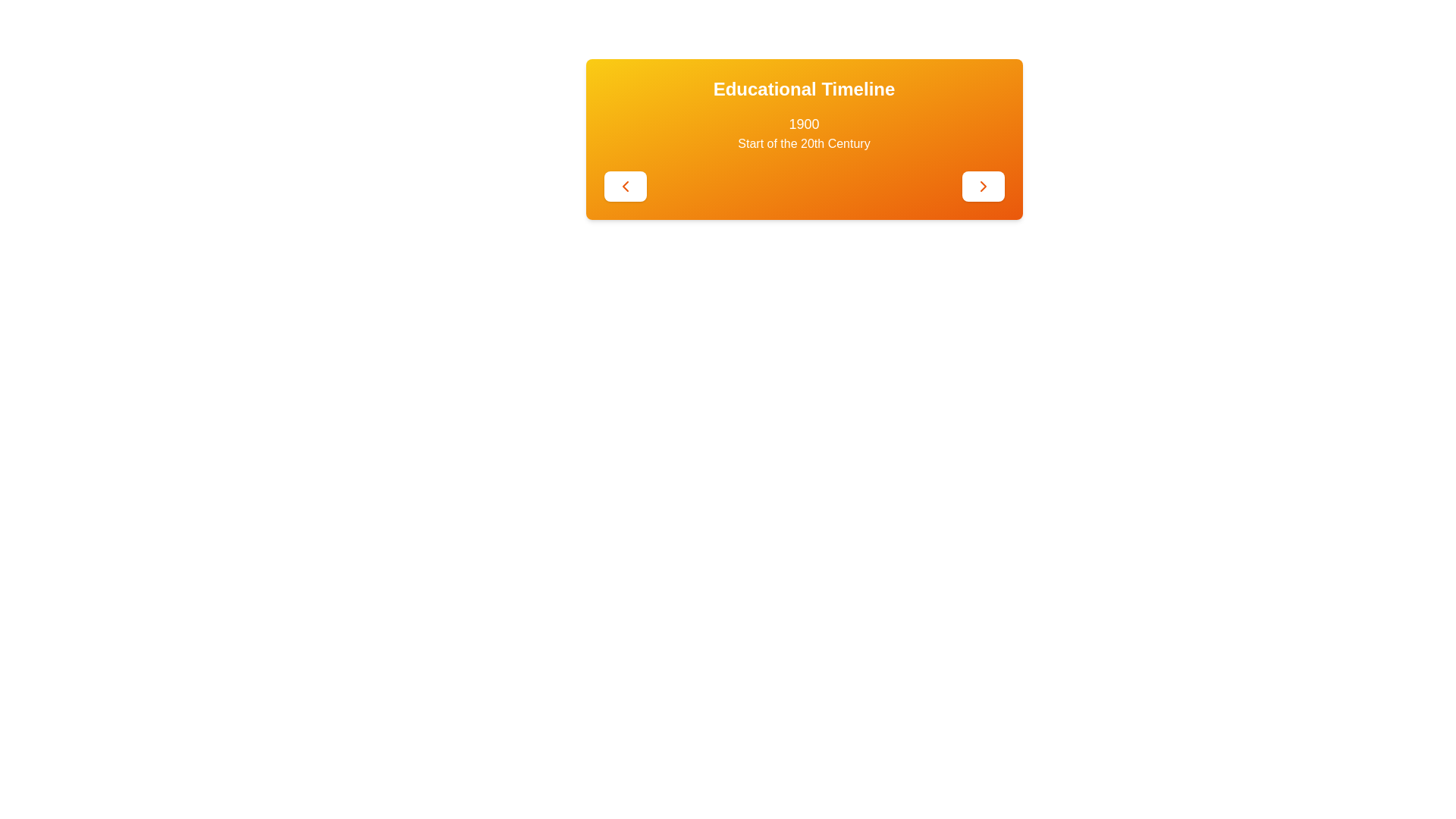  I want to click on text label indicating the event corresponding to the year 1900, which is located below the sibling element containing '1900', so click(803, 143).